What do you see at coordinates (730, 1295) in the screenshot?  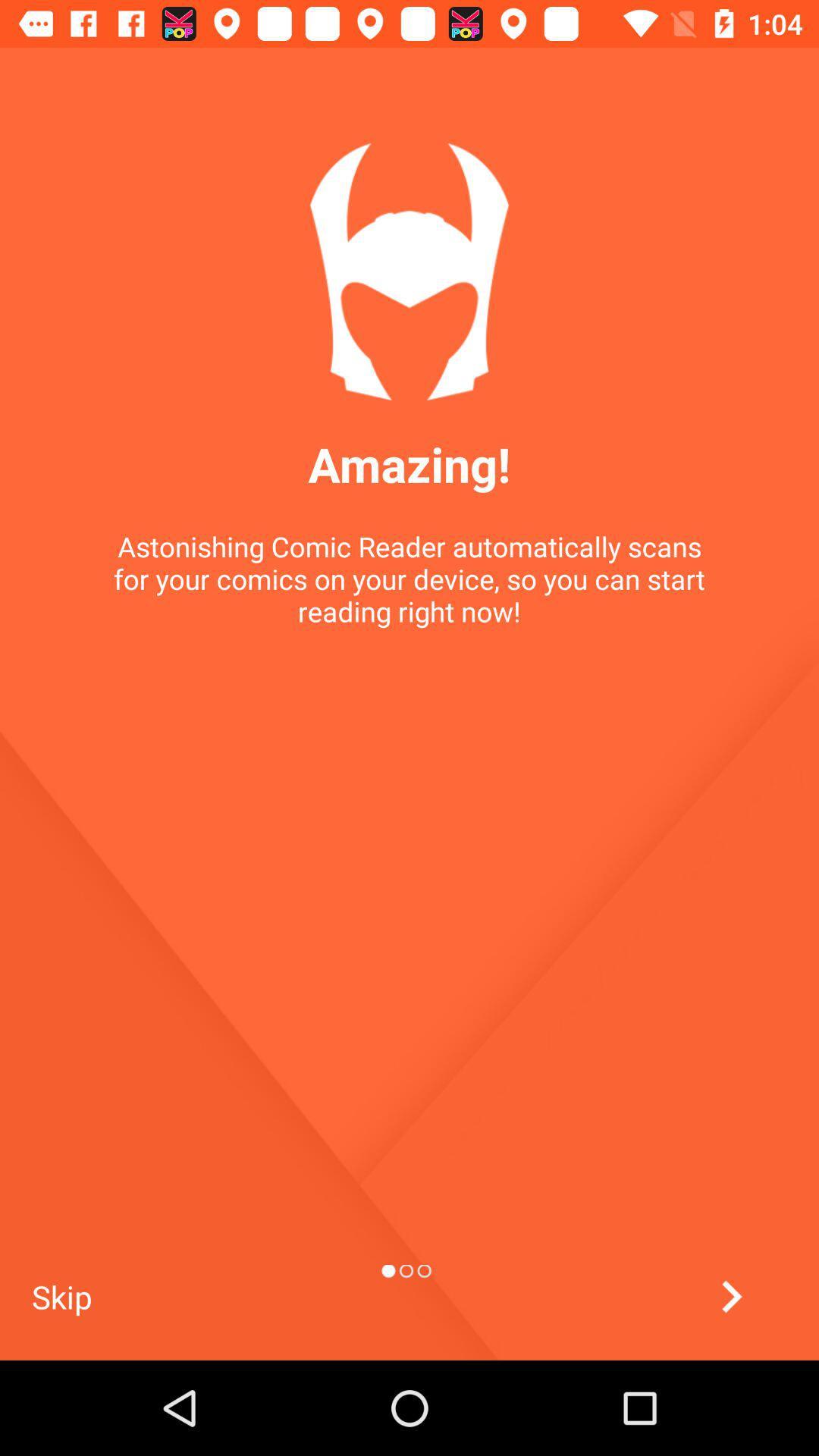 I see `to go prerivous` at bounding box center [730, 1295].